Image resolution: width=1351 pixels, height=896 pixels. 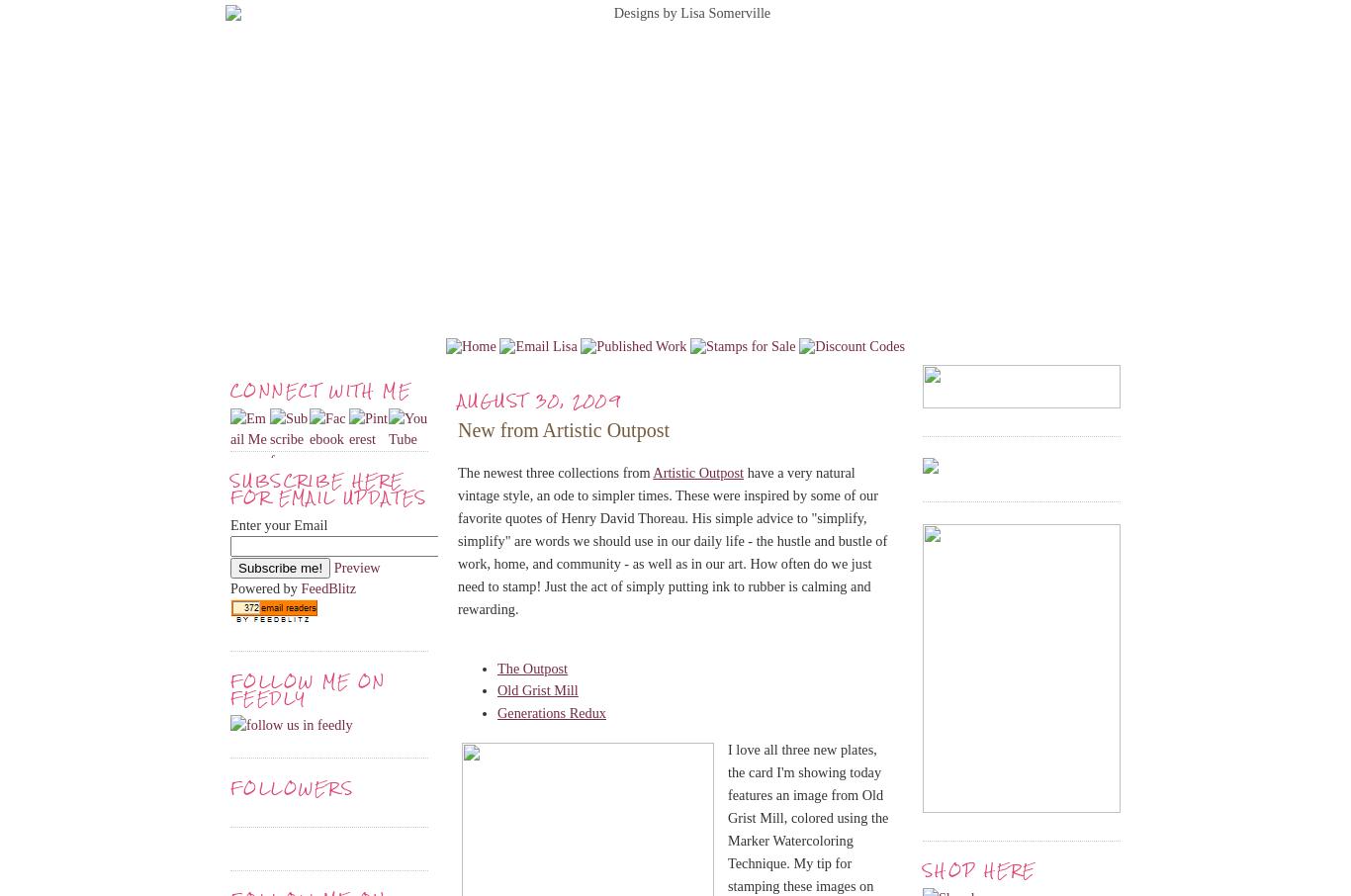 I want to click on 'Connect with Me', so click(x=230, y=390).